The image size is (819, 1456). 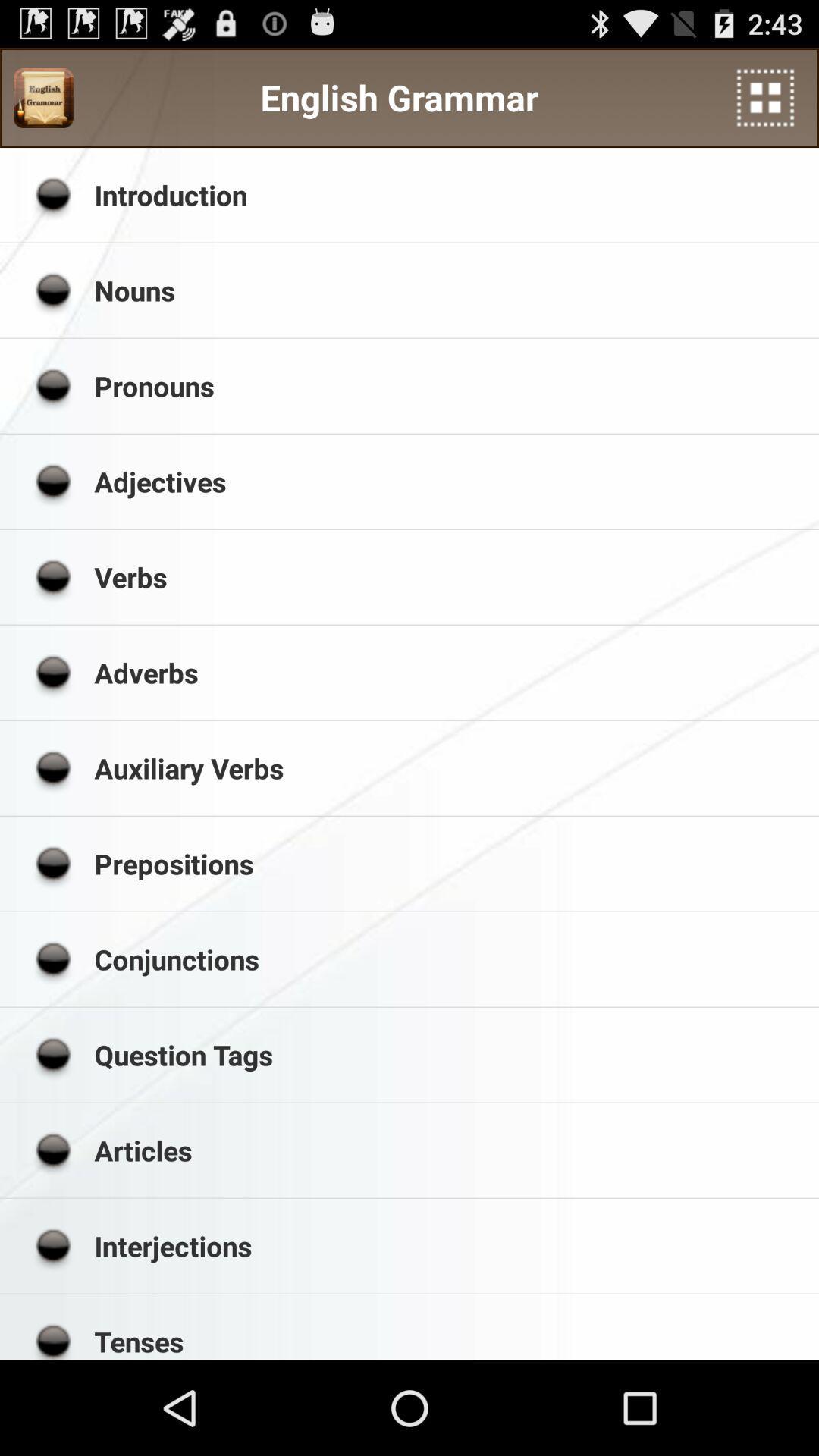 I want to click on auxiliary verbs icon, so click(x=450, y=768).